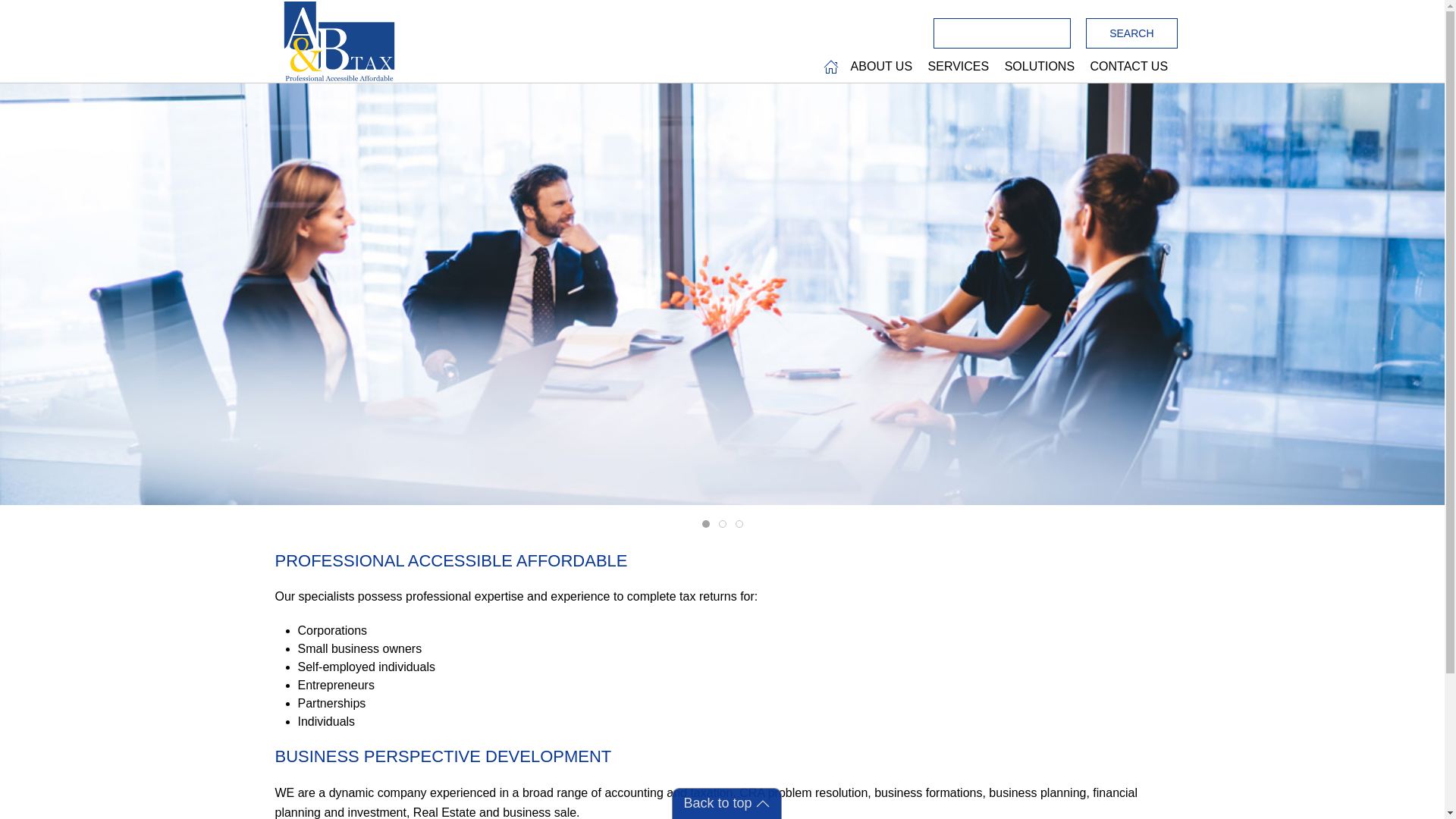 The width and height of the screenshot is (1456, 819). Describe the element at coordinates (1131, 66) in the screenshot. I see `'CONTACT US '` at that location.